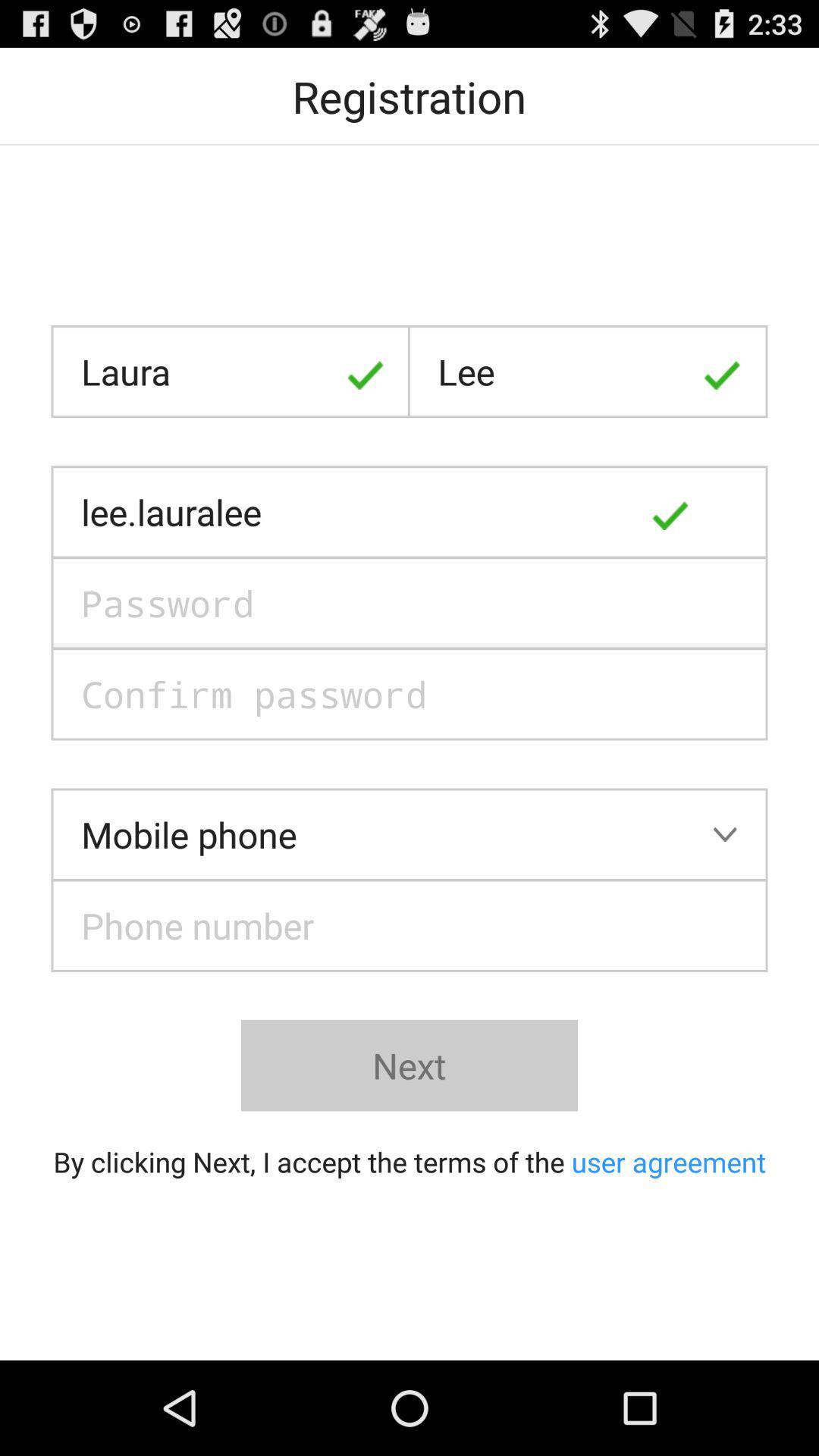 The image size is (819, 1456). Describe the element at coordinates (231, 372) in the screenshot. I see `the icon below the registration app` at that location.